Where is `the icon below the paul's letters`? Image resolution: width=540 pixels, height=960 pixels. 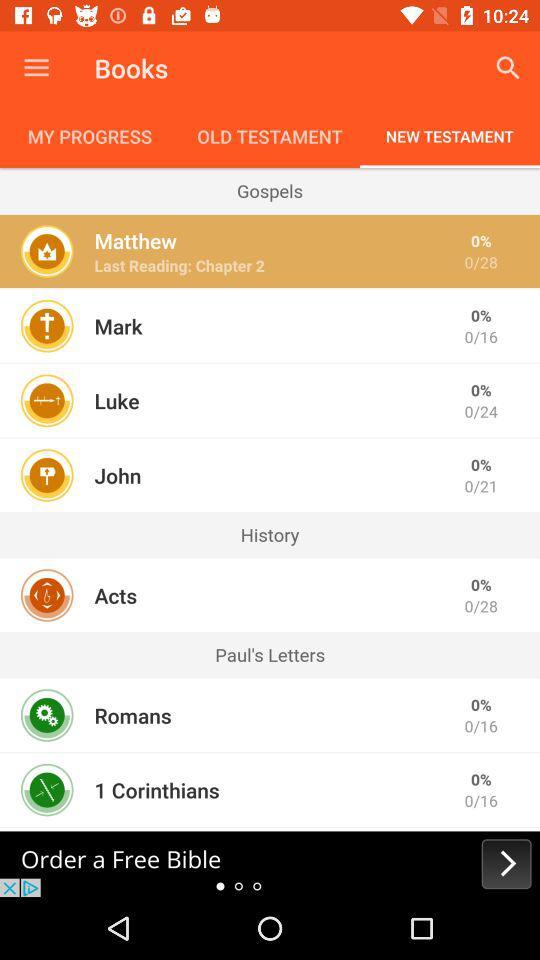 the icon below the paul's letters is located at coordinates (270, 678).